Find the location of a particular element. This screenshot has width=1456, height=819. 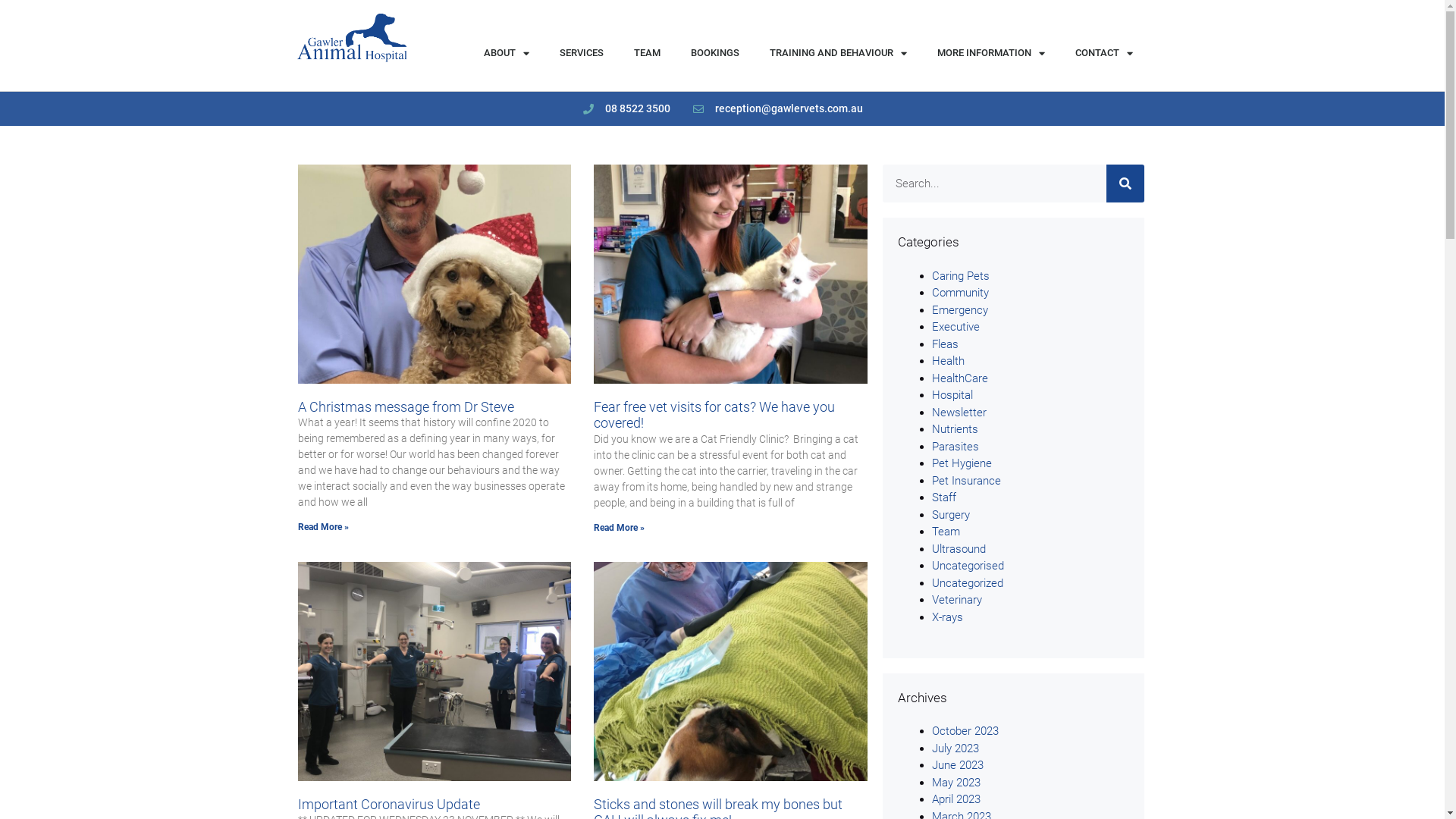

'CONTACT' is located at coordinates (1103, 52).